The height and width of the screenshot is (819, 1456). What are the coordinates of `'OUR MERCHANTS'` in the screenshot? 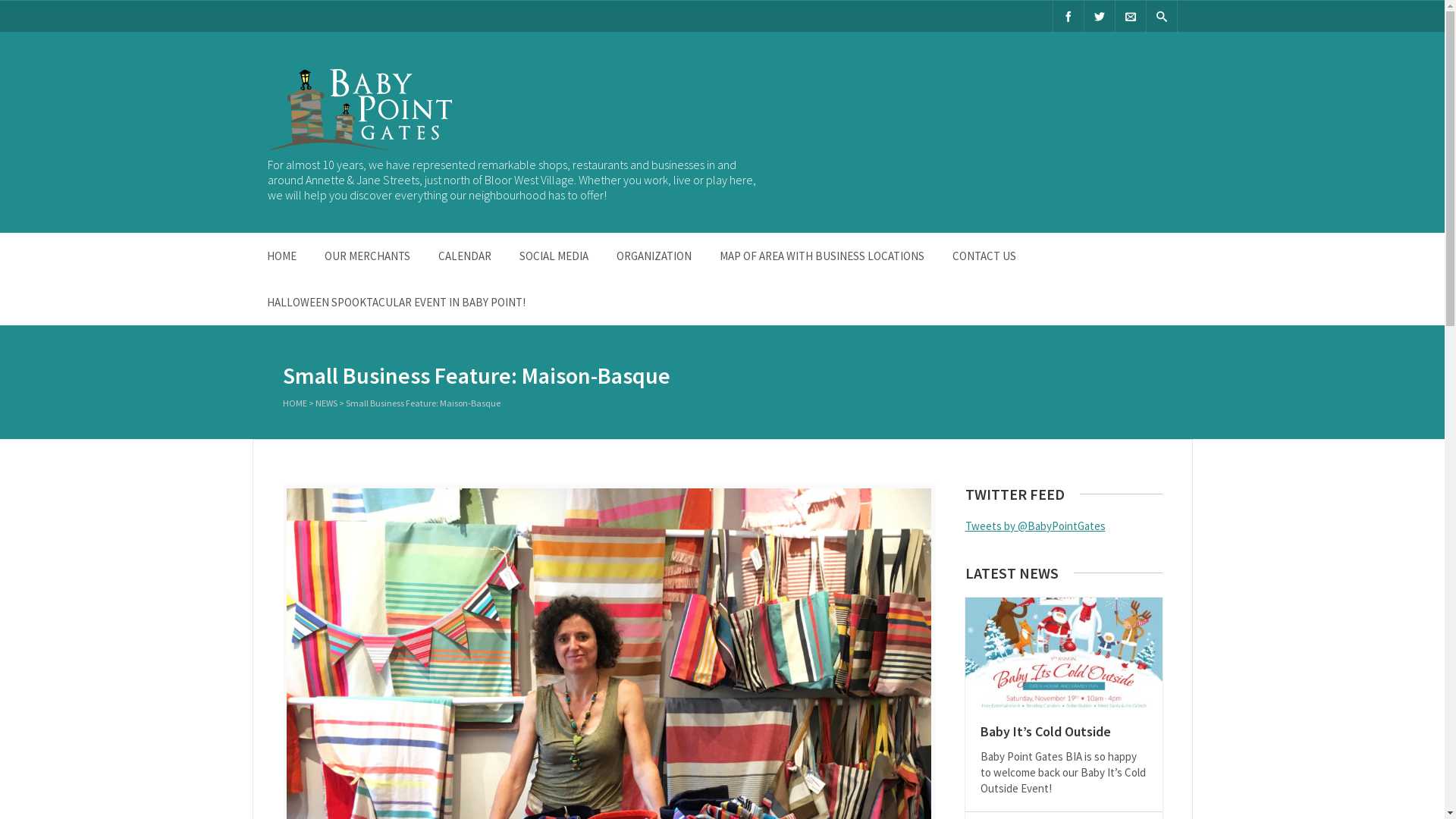 It's located at (366, 255).